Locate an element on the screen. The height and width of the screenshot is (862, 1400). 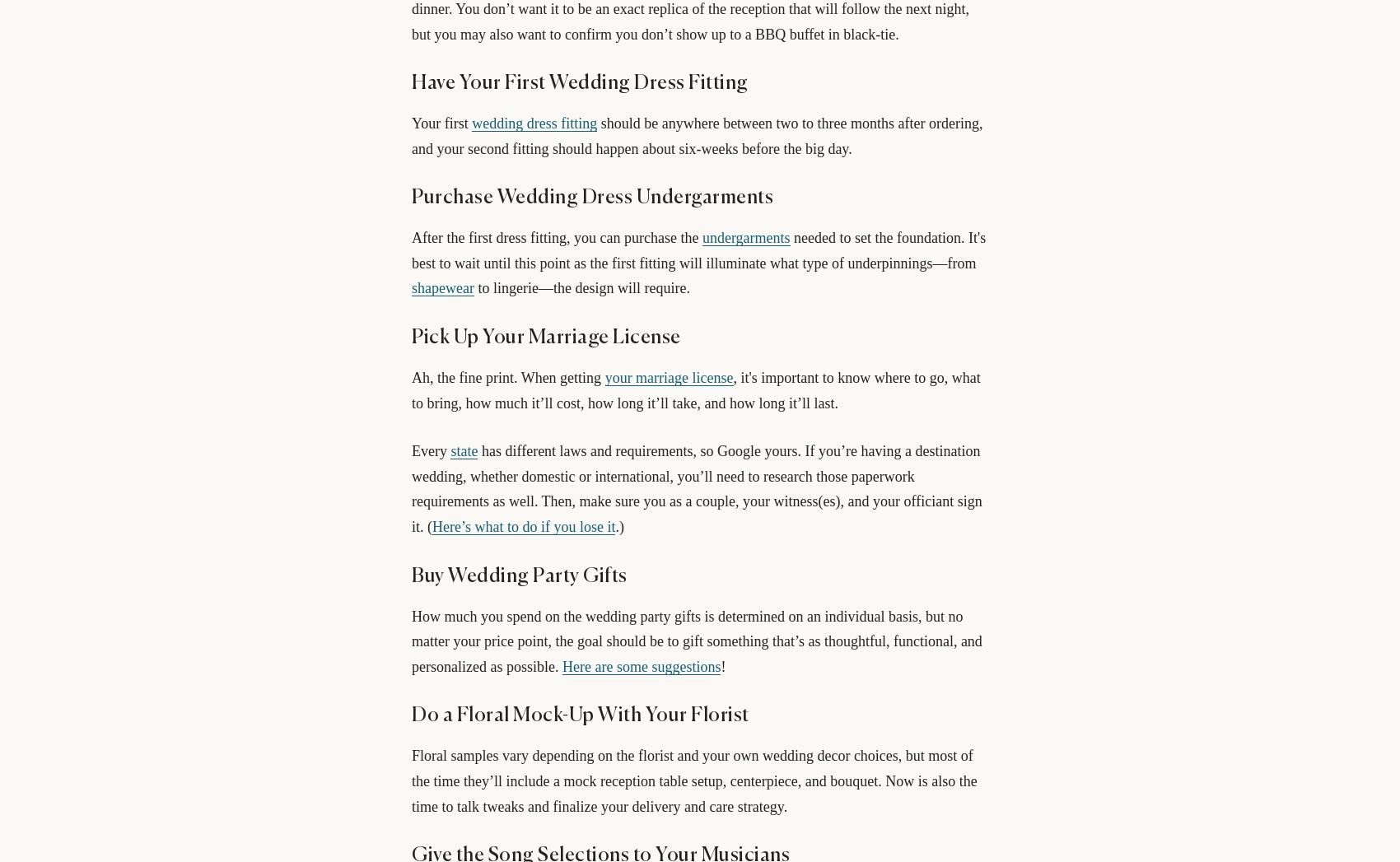
'How much you spend on the wedding party gifts is determined on an individual basis, but no matter your price point, the goal should be to gift something that’s as thoughtful, functional, and personalized as possible.' is located at coordinates (695, 640).